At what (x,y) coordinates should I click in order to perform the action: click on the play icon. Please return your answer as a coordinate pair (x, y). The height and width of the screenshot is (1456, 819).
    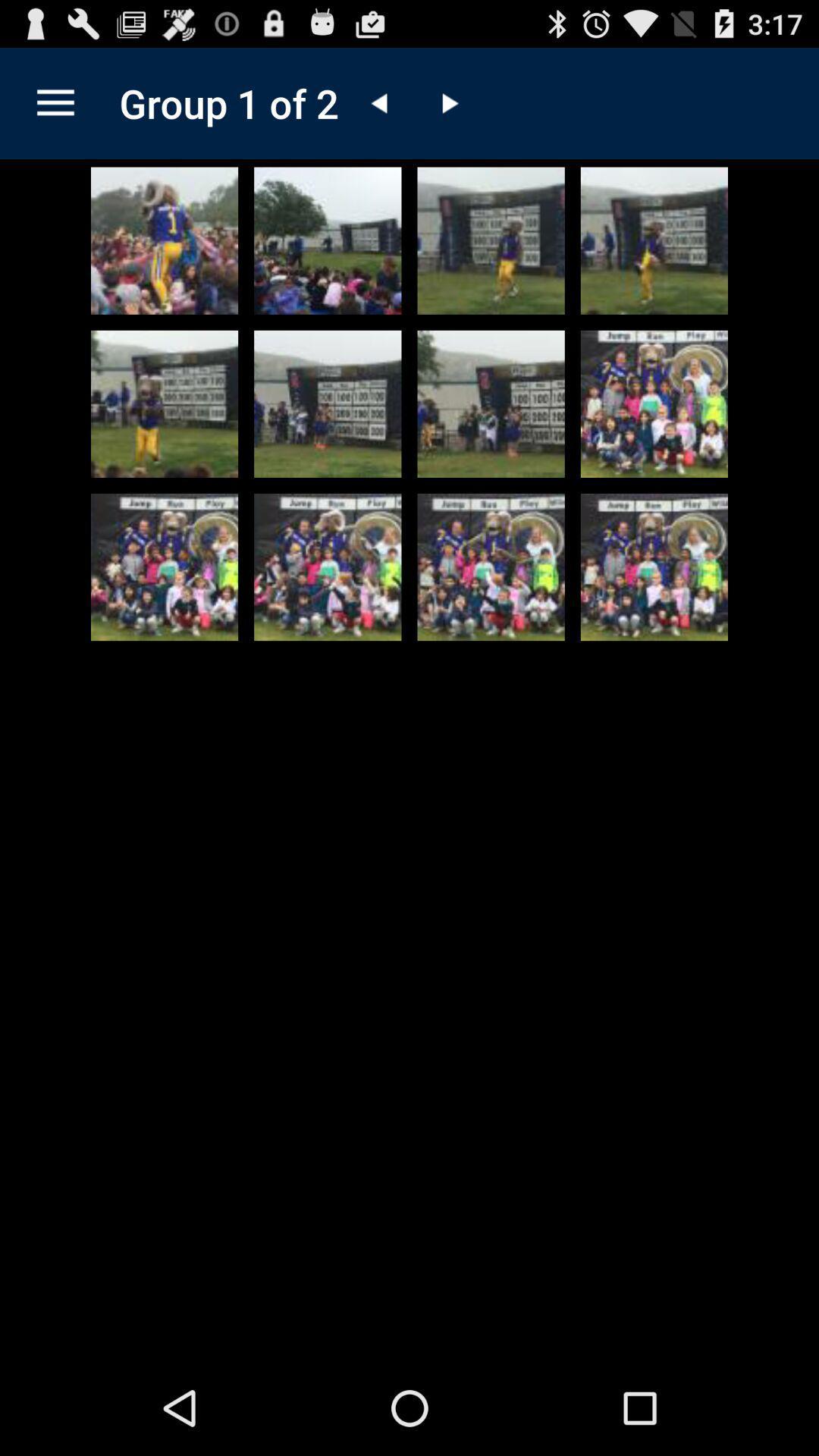
    Looking at the image, I should click on (653, 431).